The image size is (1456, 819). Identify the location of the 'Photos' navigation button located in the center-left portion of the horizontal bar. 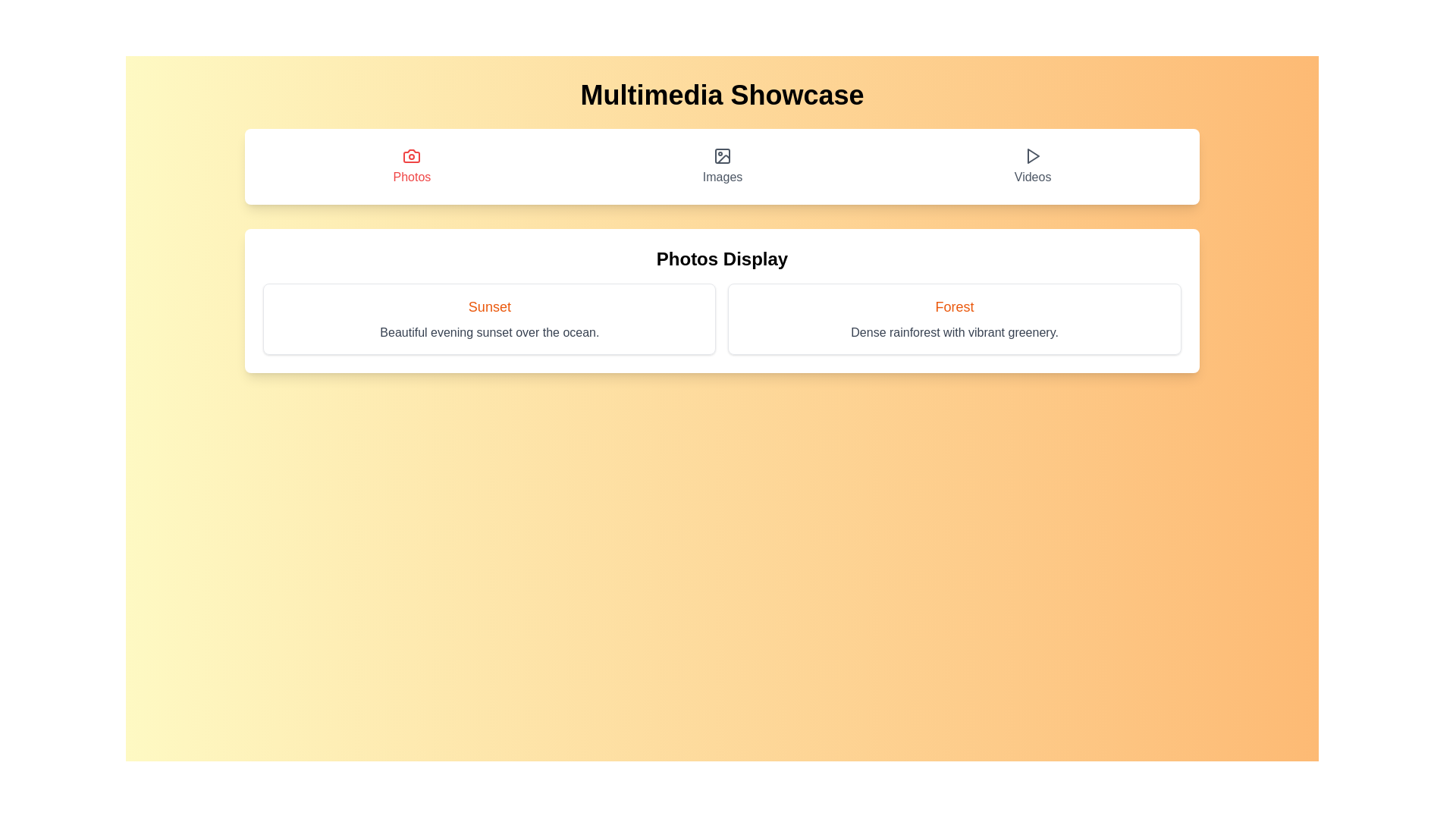
(412, 166).